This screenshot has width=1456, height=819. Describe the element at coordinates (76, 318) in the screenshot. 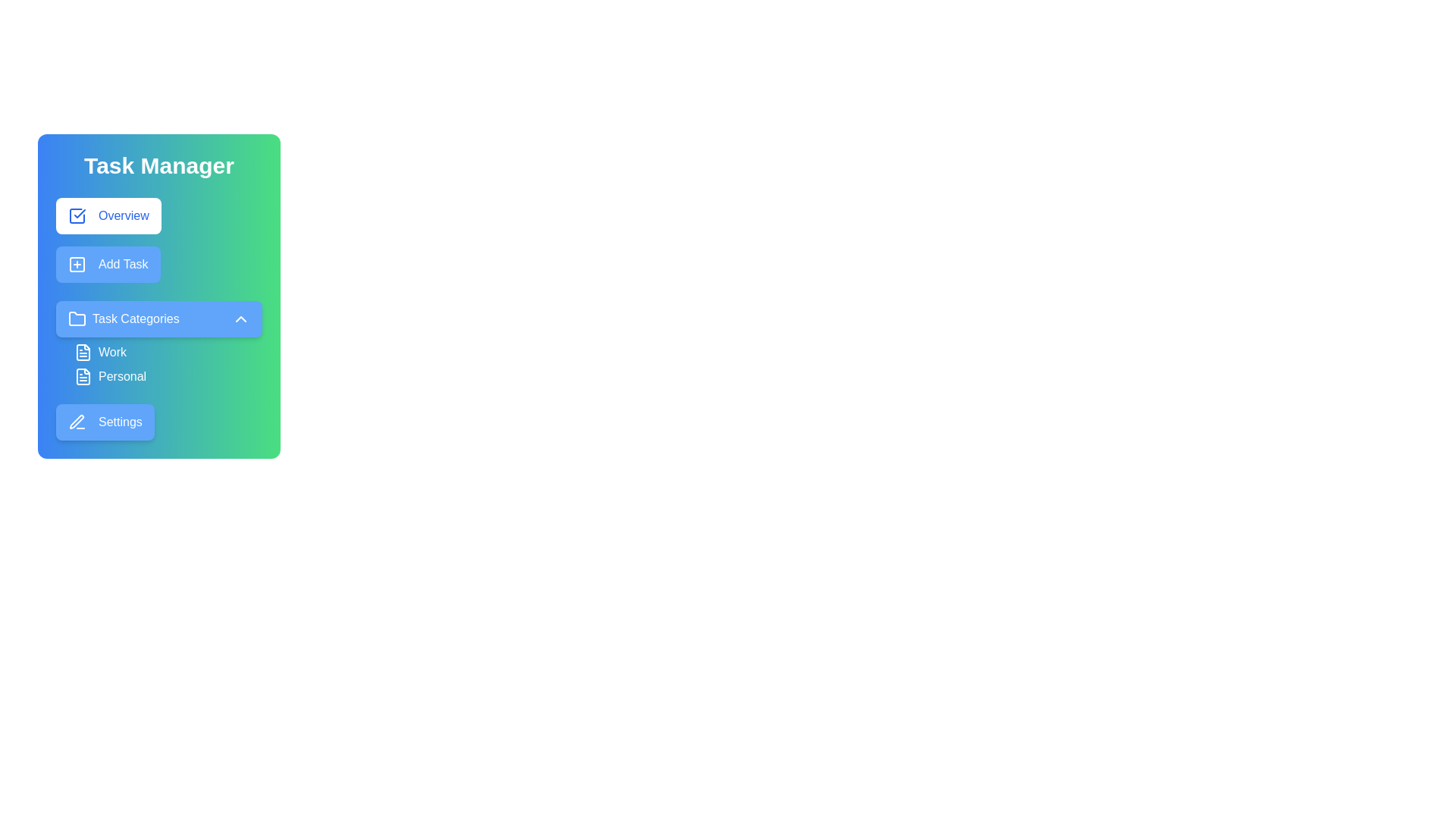

I see `the SVG icon representing a folder in the 'Task Categories' section of the vertical navigation menu on the left side of the interface` at that location.